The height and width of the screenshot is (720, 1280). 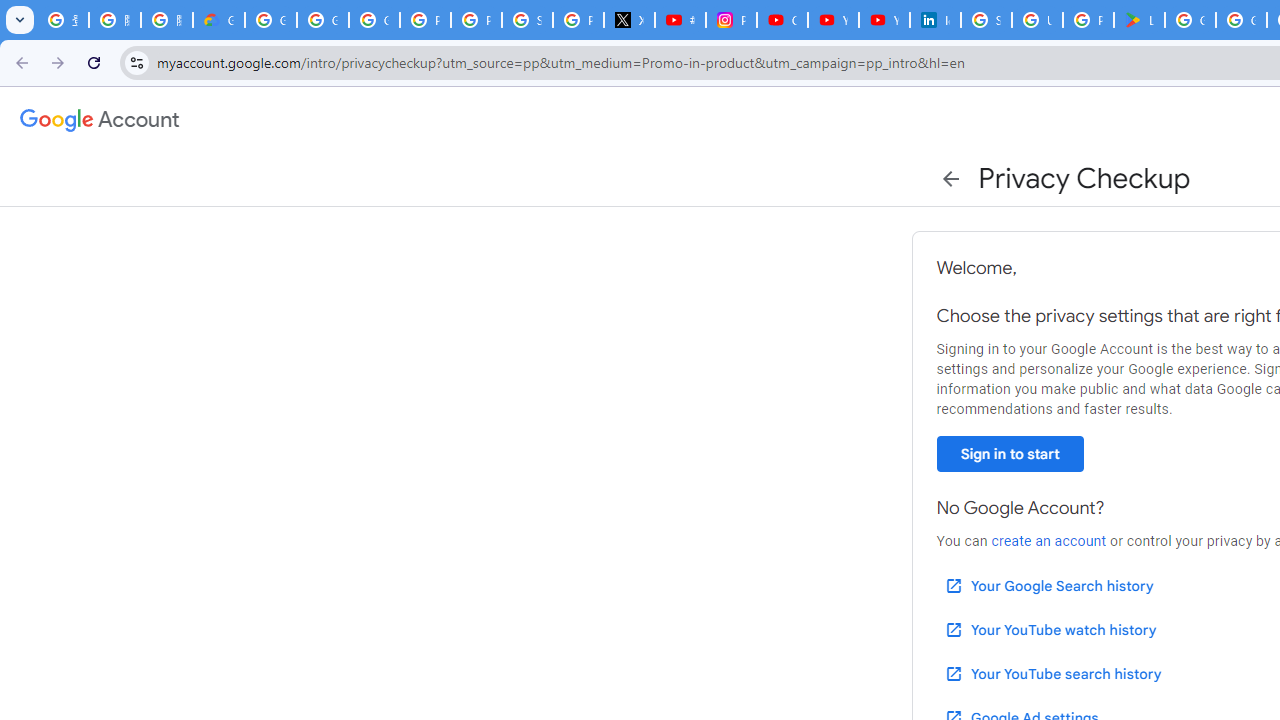 I want to click on 'X', so click(x=628, y=20).